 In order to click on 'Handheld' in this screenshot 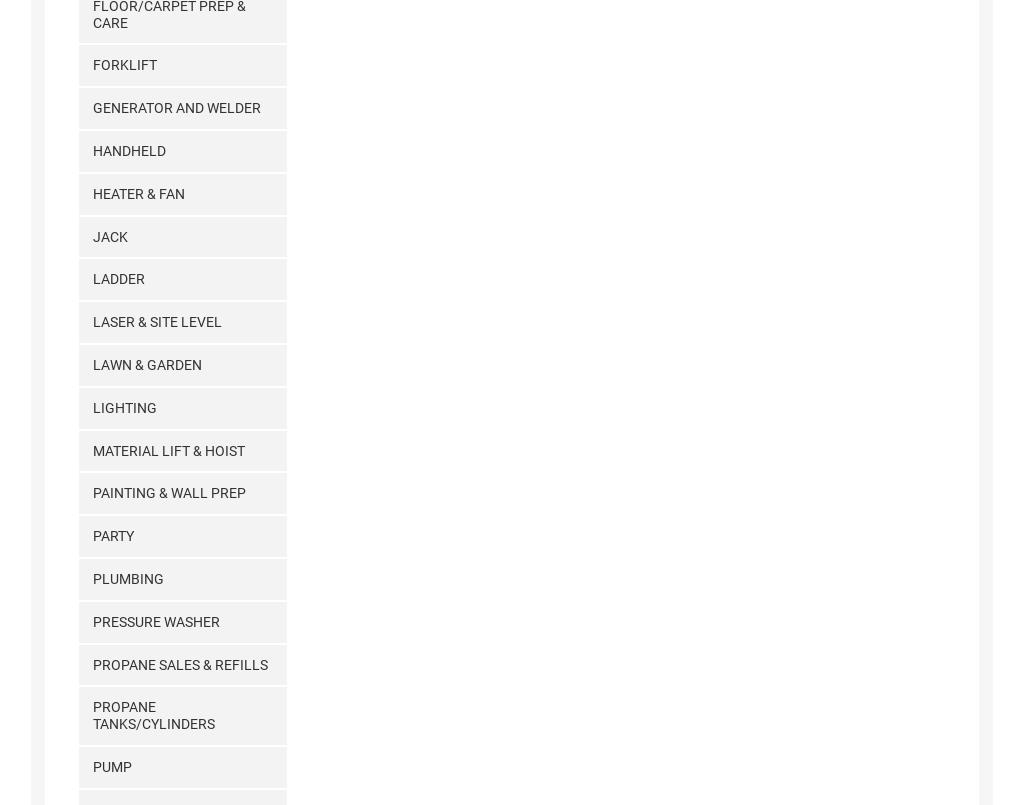, I will do `click(128, 149)`.